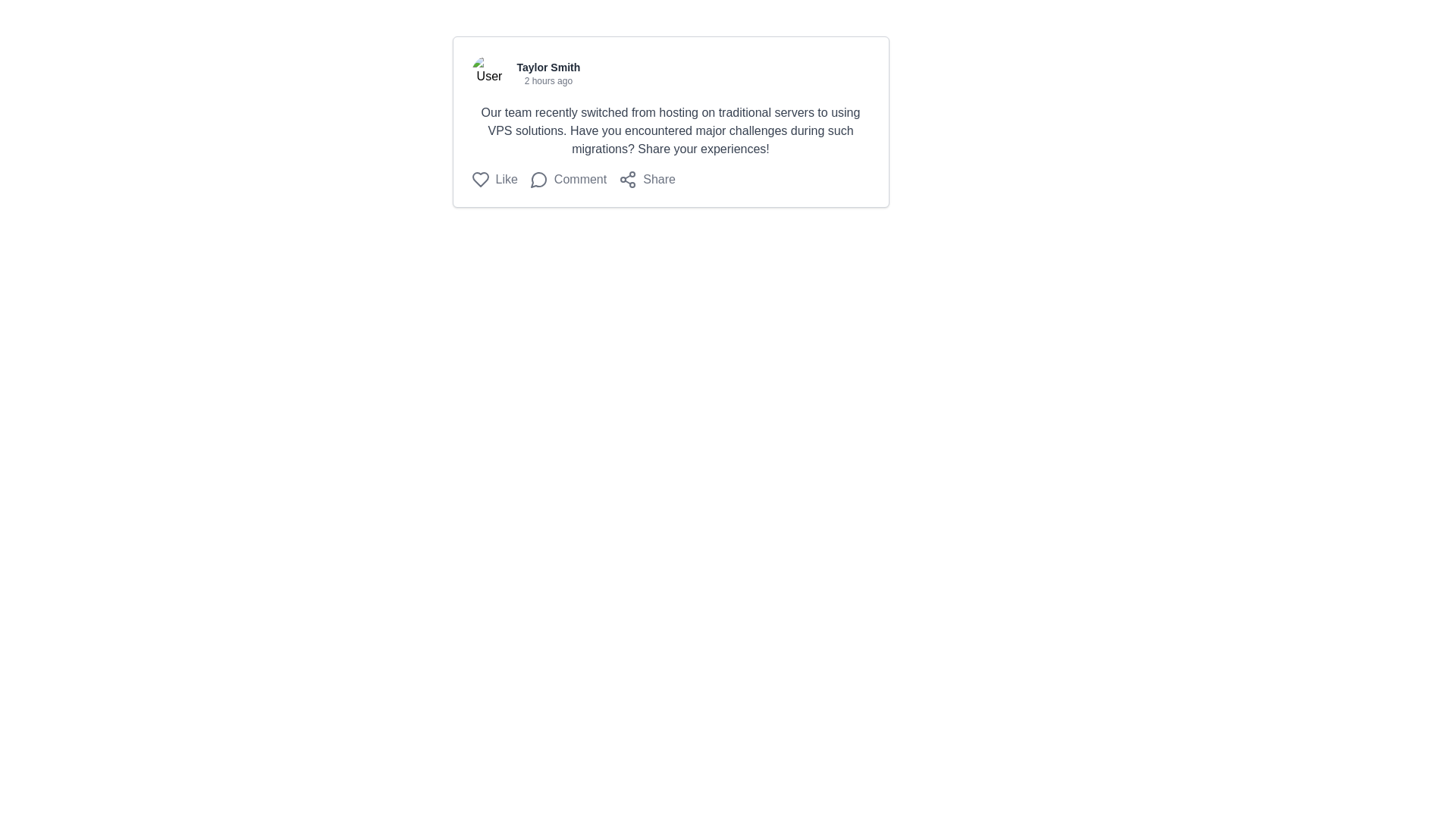 The image size is (1456, 819). Describe the element at coordinates (567, 178) in the screenshot. I see `the speech bubble icon in the 'Comment' button, which is the second interactive item in a sequence of three options below a post content area` at that location.